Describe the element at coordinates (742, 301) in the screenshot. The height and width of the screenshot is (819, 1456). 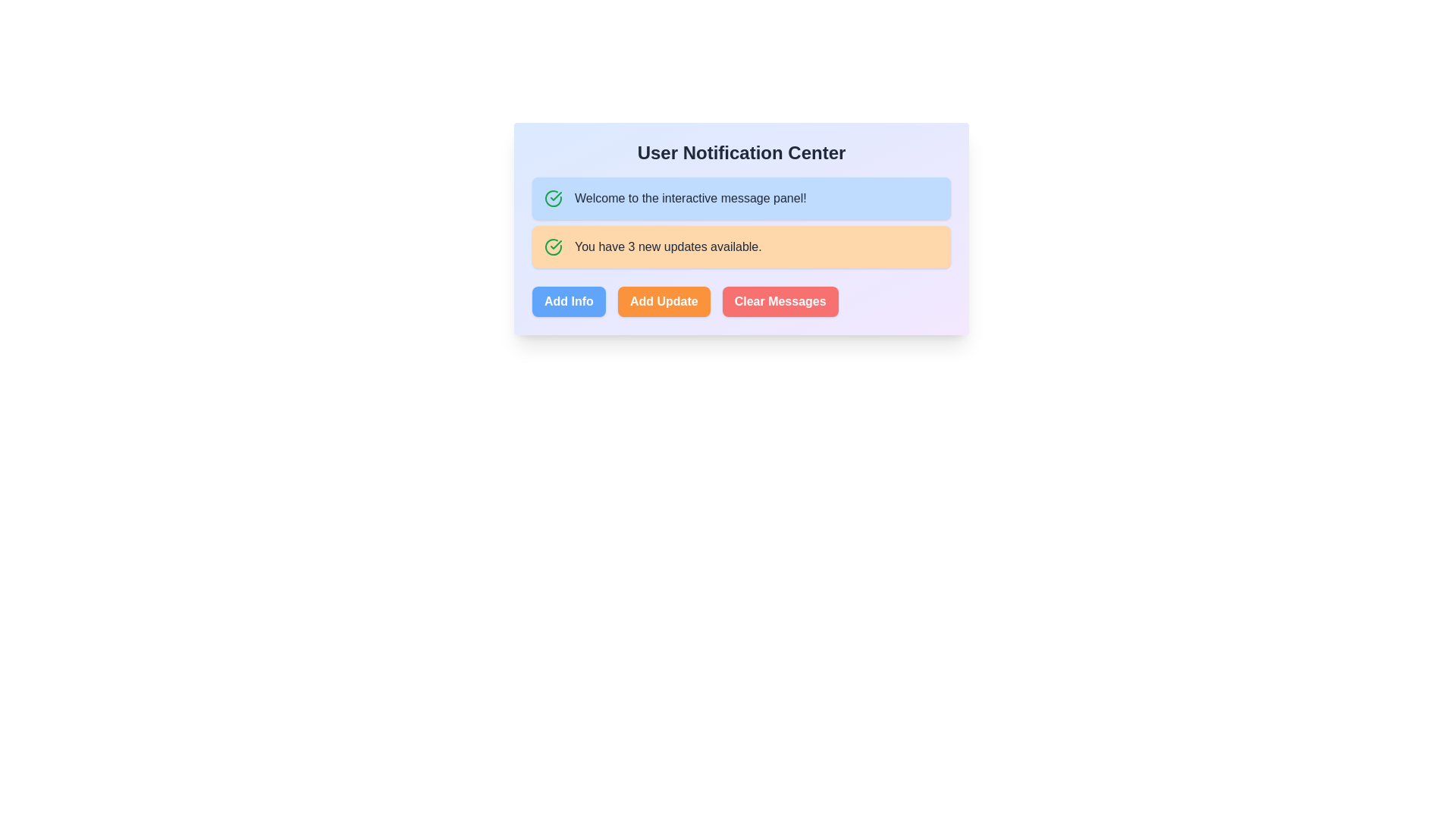
I see `the 'Clear Messages' button located in the group of buttons at the bottom of the 'User Notification Center' panel` at that location.